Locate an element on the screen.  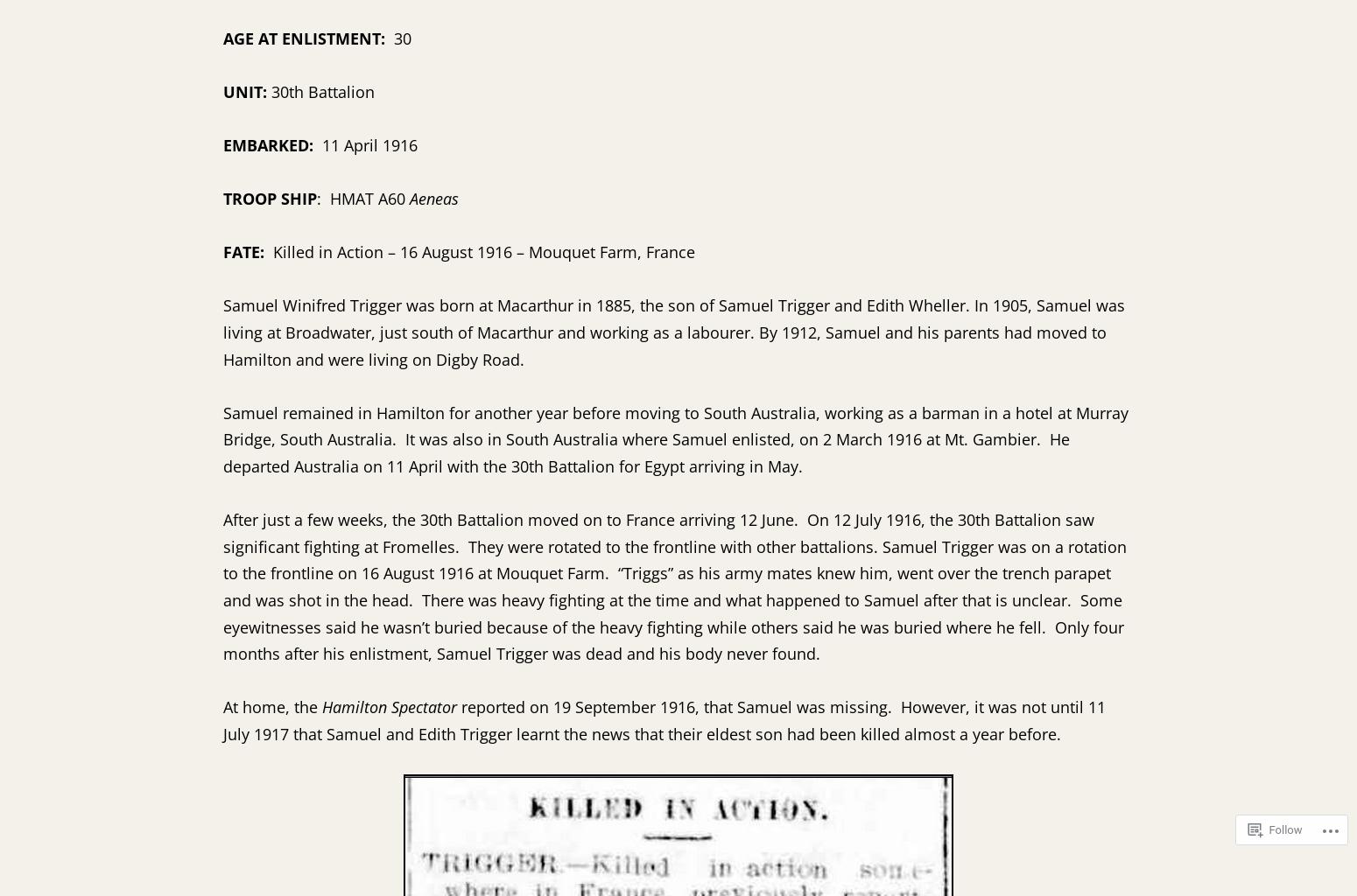
'reported on 19 September 1916, that Samuel was missing.  However, it was not until 11 July 1917 that Samuel and Edith Trigger learnt the news that their eldest son had been killed almost a year before.' is located at coordinates (664, 718).